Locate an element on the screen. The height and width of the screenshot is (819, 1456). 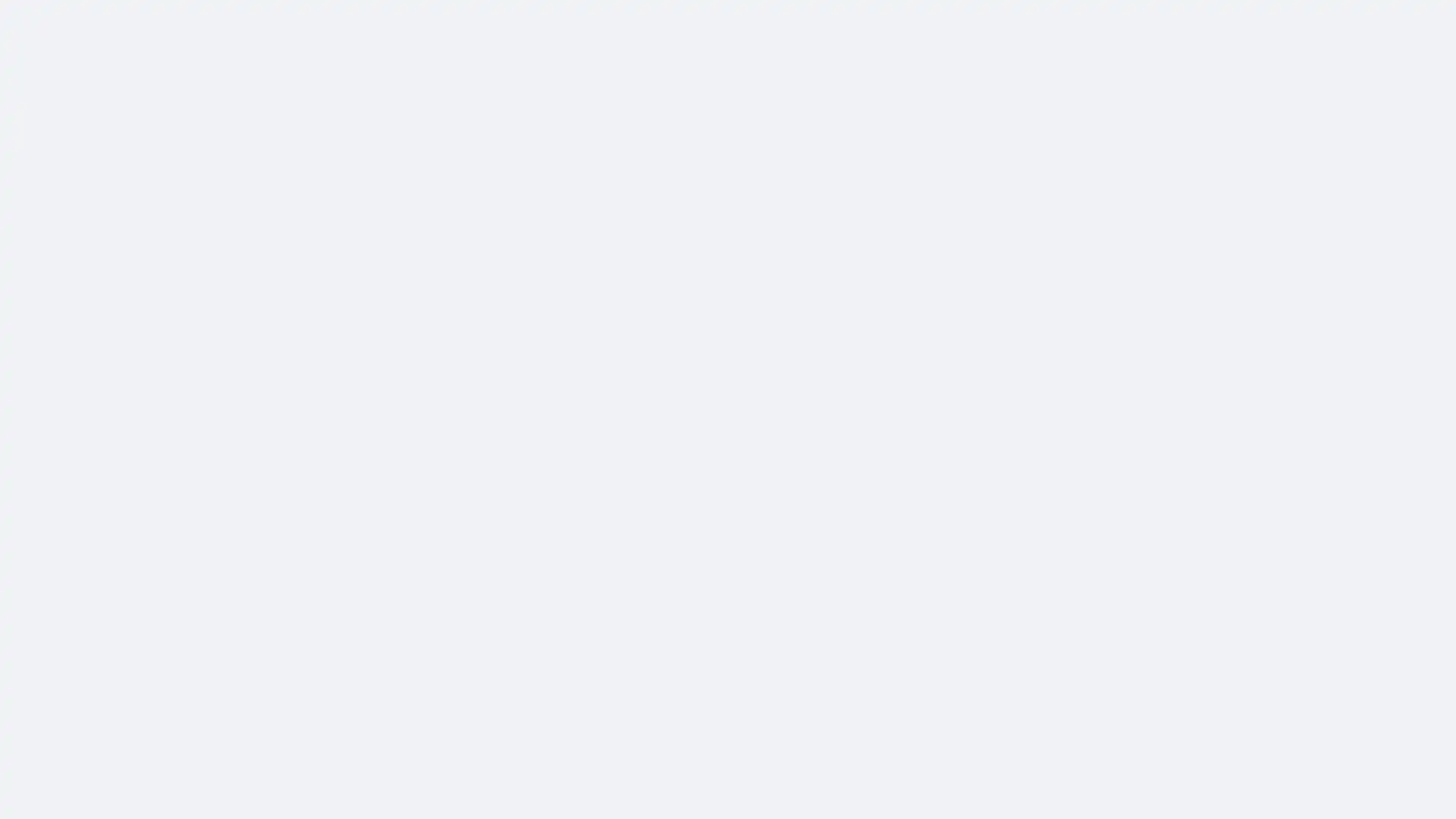
OK is located at coordinates (882, 452).